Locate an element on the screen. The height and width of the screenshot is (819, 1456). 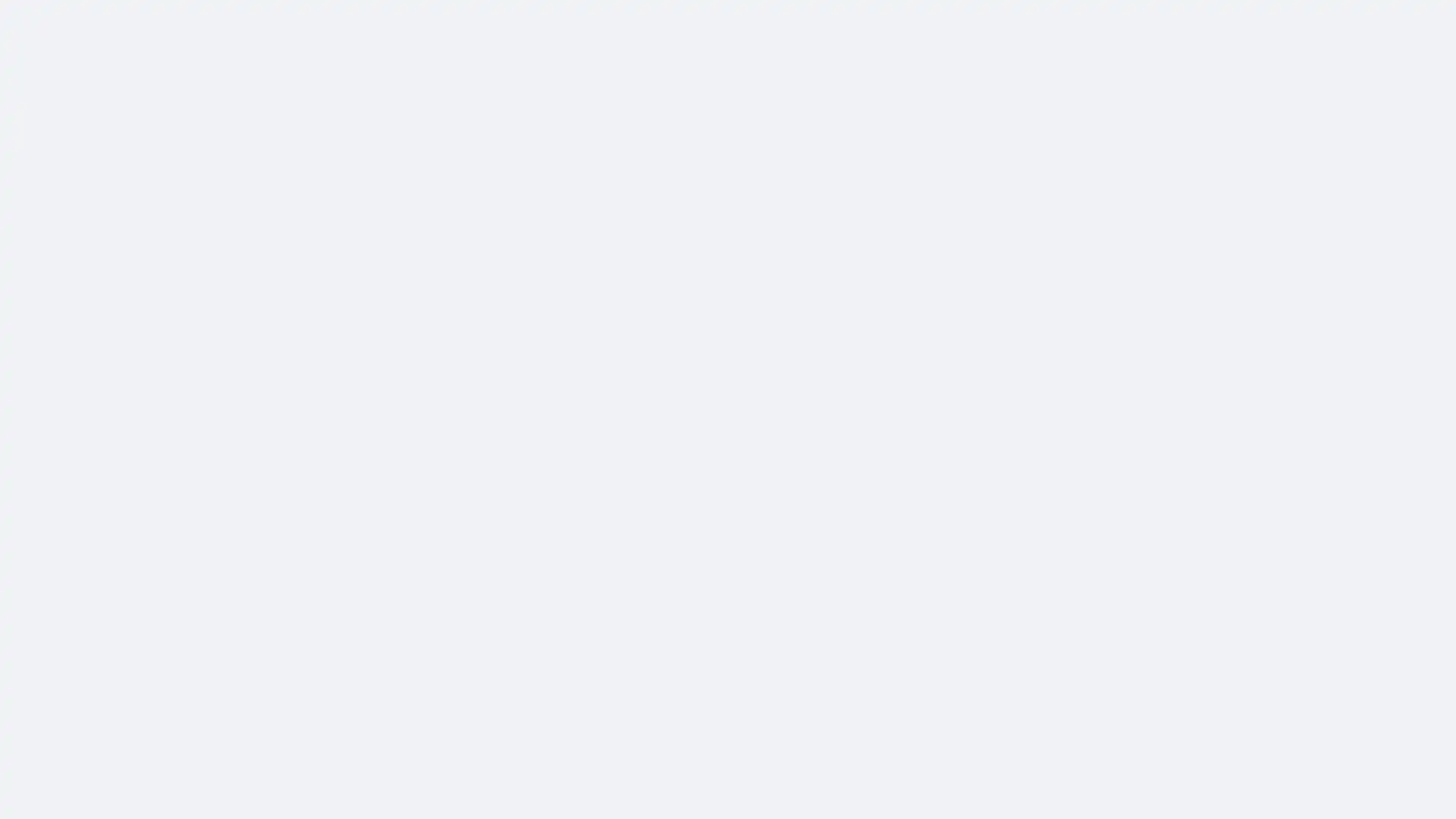
OK is located at coordinates (882, 452).